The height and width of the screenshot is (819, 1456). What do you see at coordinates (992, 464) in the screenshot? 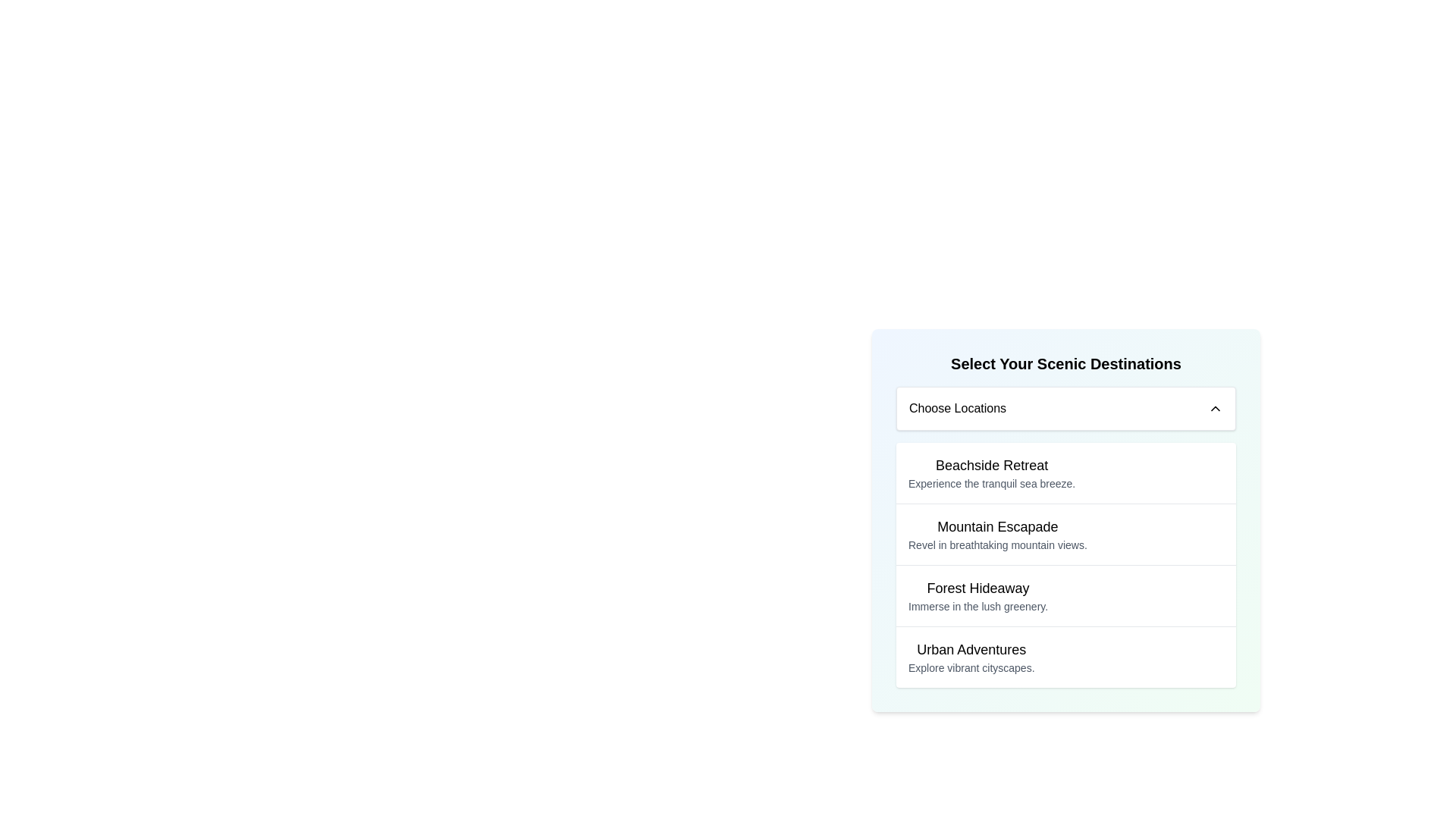
I see `the static text label that reads 'Beachside Retreat', which is prominently displayed above the text 'Experience the tranquil sea breeze' in the scenic destinations list` at bounding box center [992, 464].